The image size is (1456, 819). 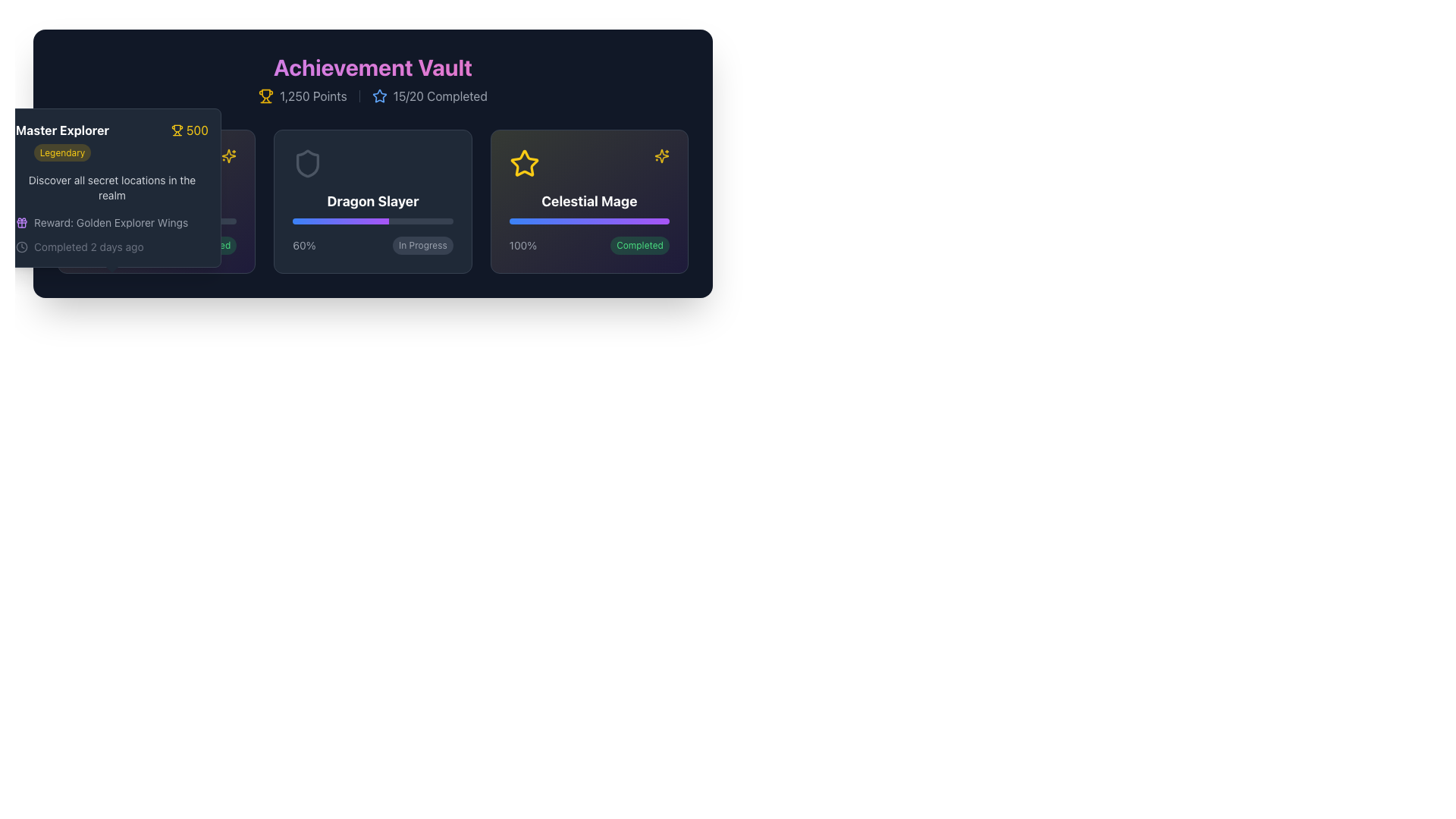 I want to click on the progress bar located at the bottom of the 'Celestial Mage' card, which visually represents the progress or completion percentage for the associated goal or task, so click(x=588, y=221).